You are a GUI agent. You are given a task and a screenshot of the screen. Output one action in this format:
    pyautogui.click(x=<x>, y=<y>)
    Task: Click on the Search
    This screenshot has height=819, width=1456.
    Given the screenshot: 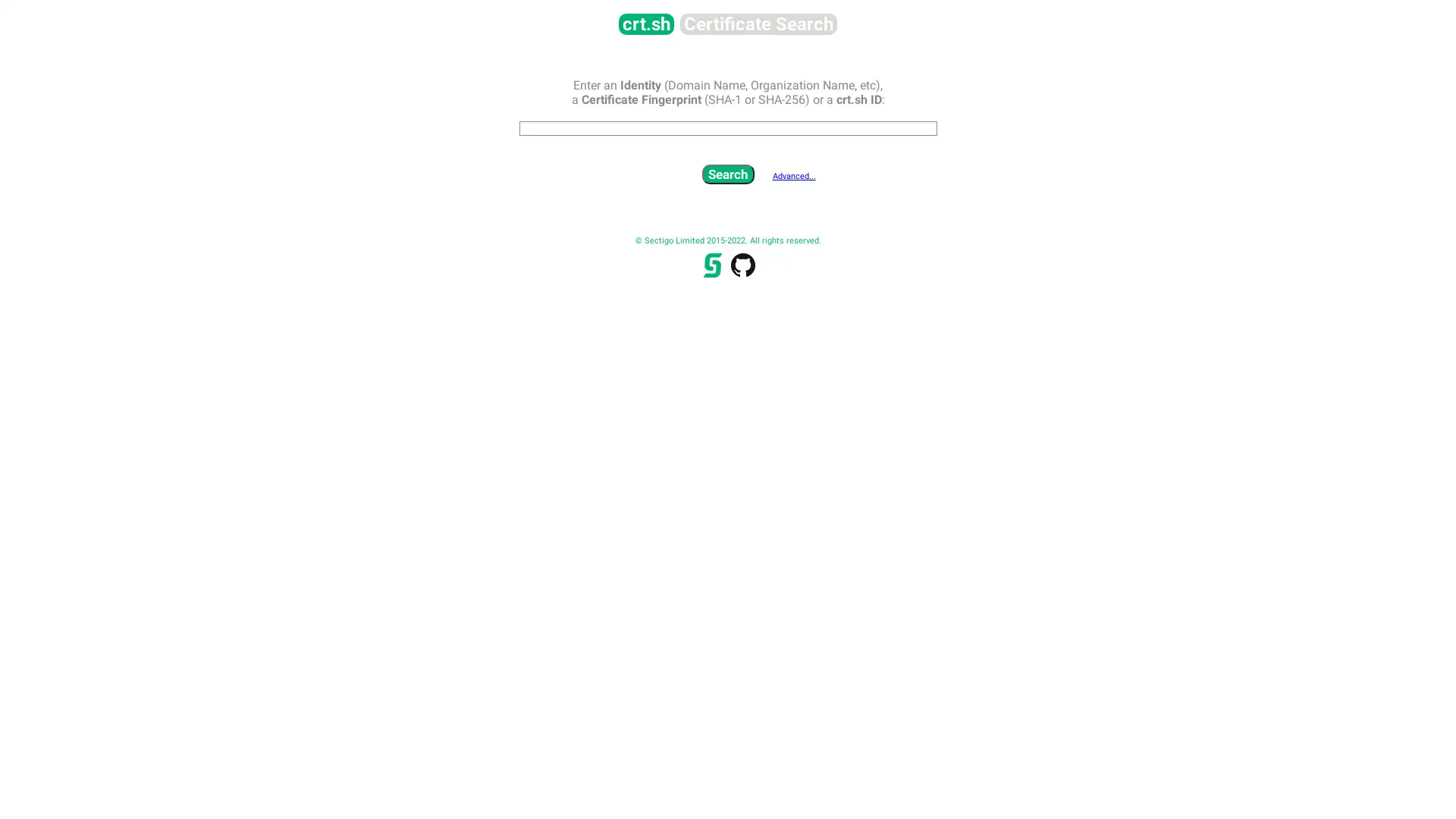 What is the action you would take?
    pyautogui.click(x=726, y=174)
    